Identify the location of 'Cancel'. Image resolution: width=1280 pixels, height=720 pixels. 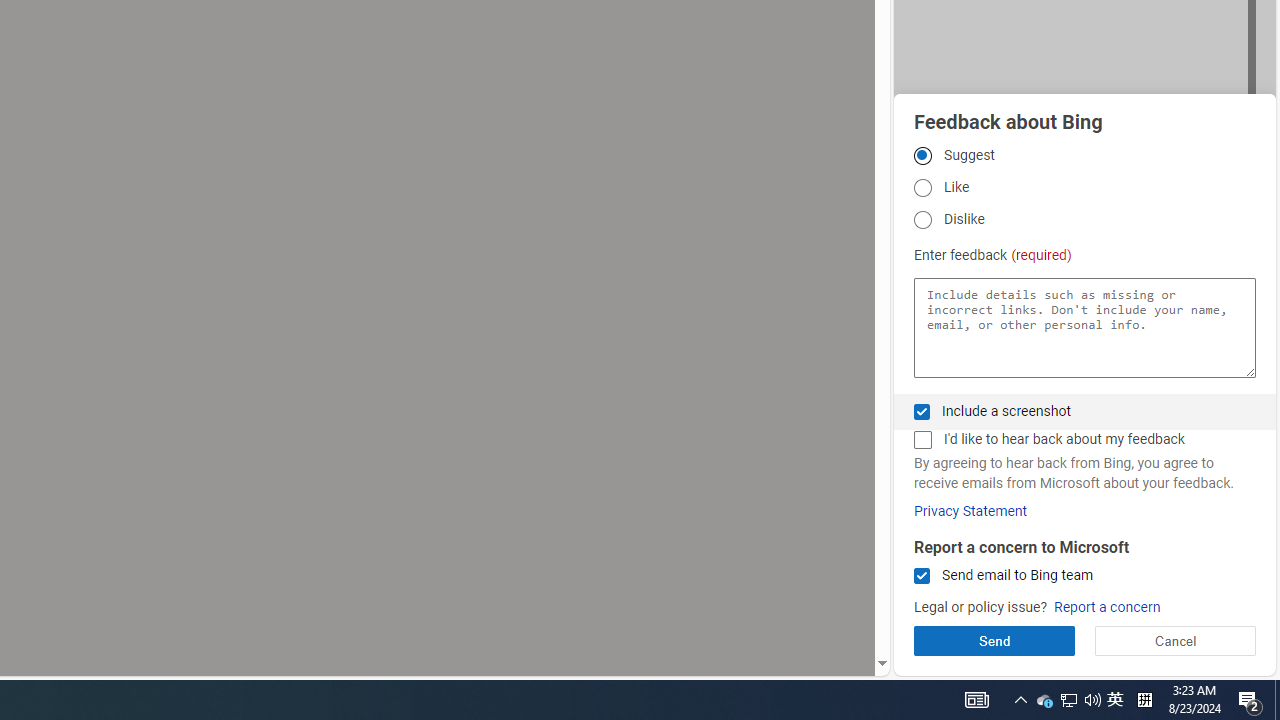
(1175, 640).